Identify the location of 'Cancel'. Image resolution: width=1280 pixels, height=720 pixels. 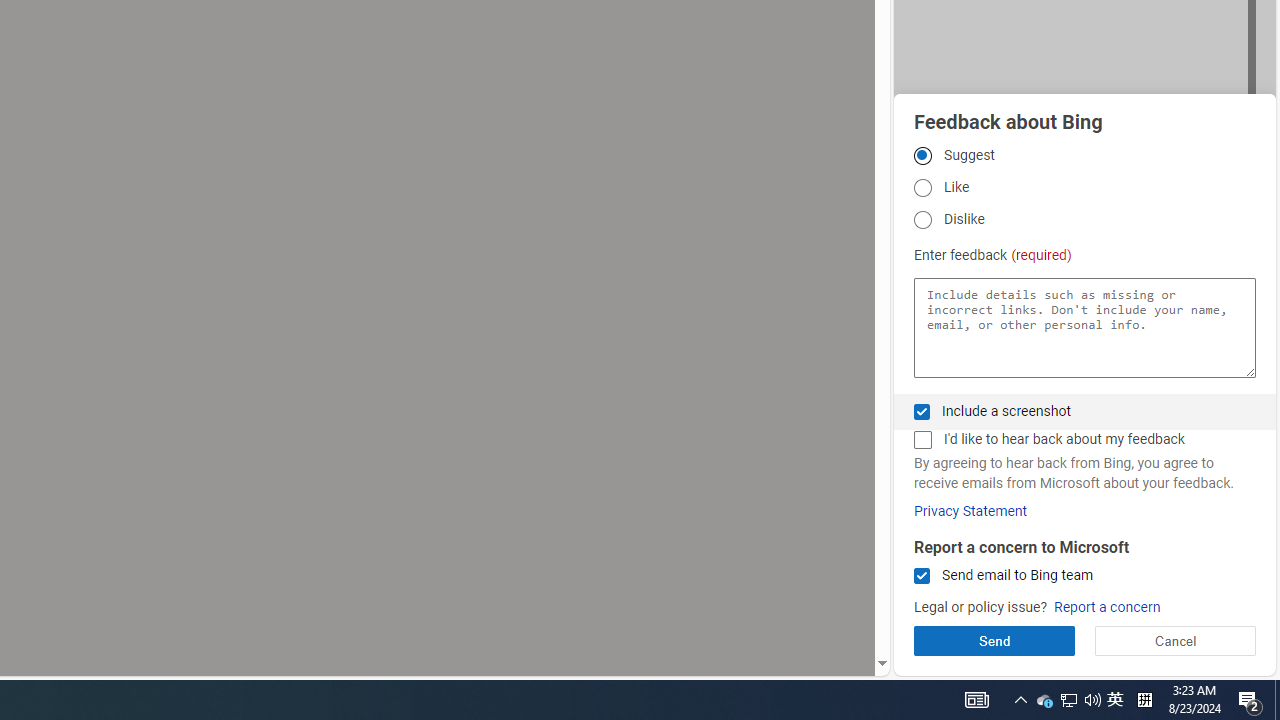
(1175, 640).